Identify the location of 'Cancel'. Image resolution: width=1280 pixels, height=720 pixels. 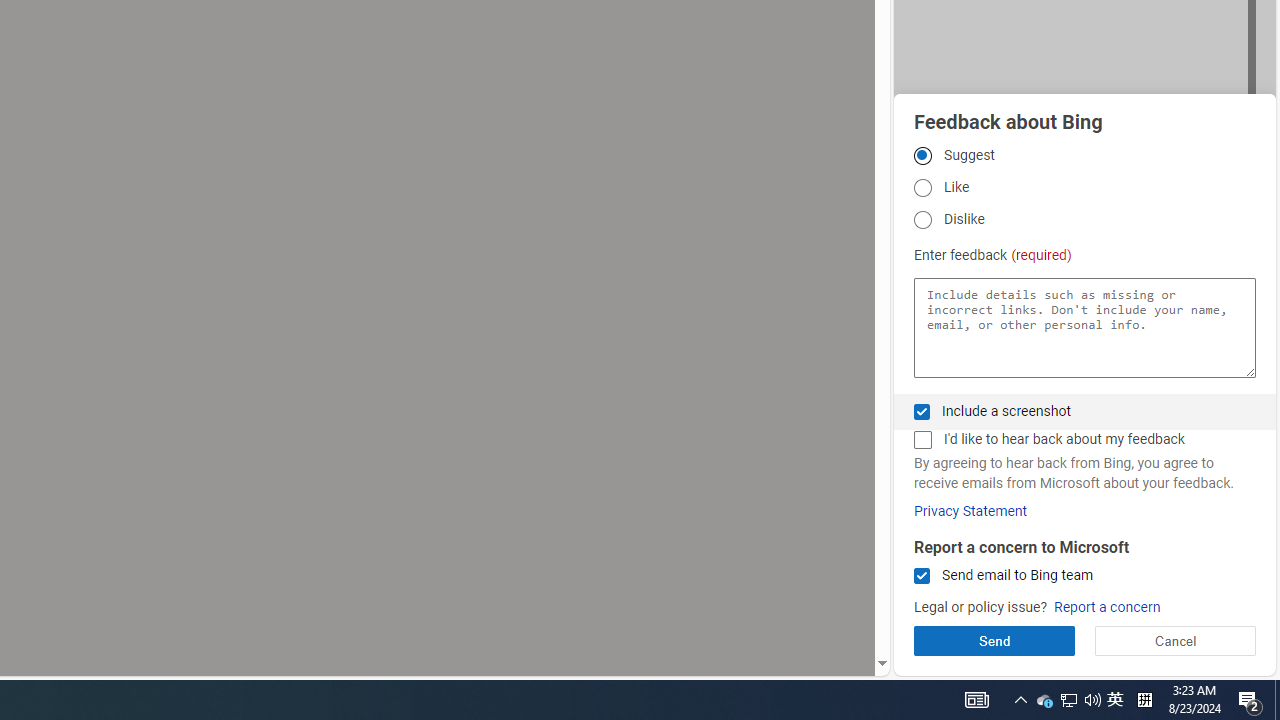
(1175, 640).